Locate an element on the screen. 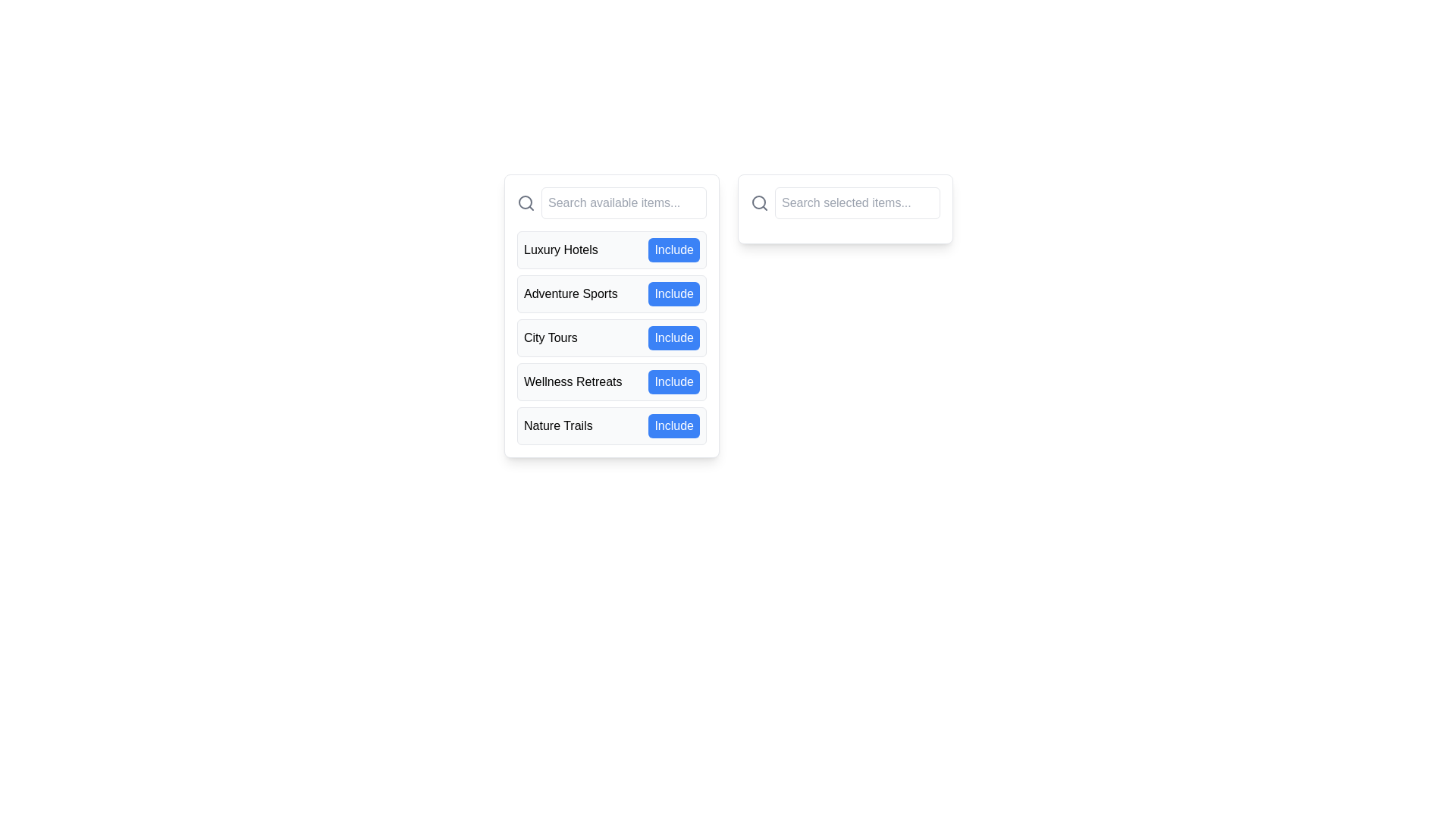 The image size is (1456, 819). the search icon located on the left side of the text field labeled 'Search selected items...' to interact with the search function is located at coordinates (760, 202).